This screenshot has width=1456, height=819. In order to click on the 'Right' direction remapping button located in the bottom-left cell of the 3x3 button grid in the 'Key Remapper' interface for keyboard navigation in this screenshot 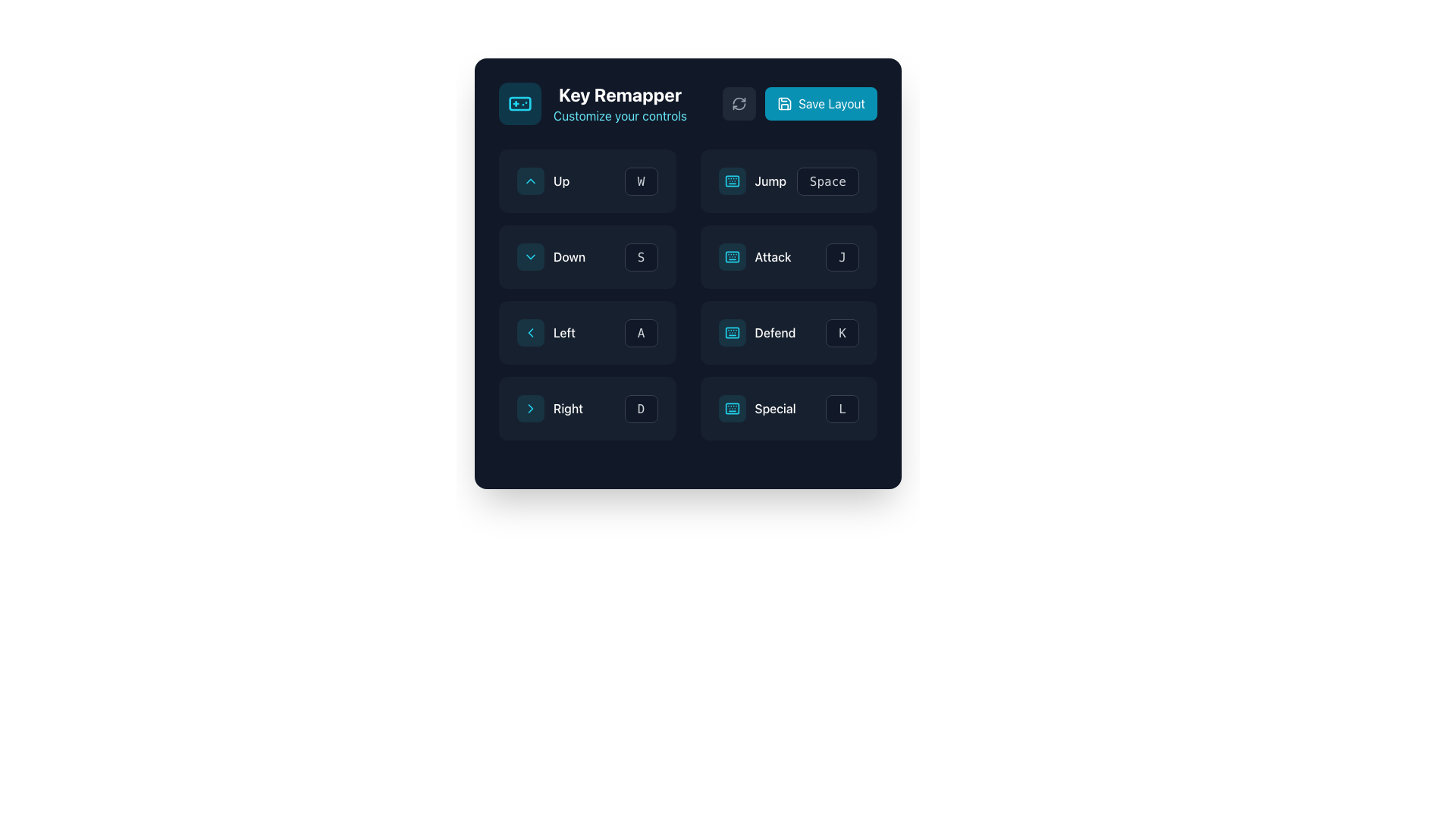, I will do `click(549, 408)`.